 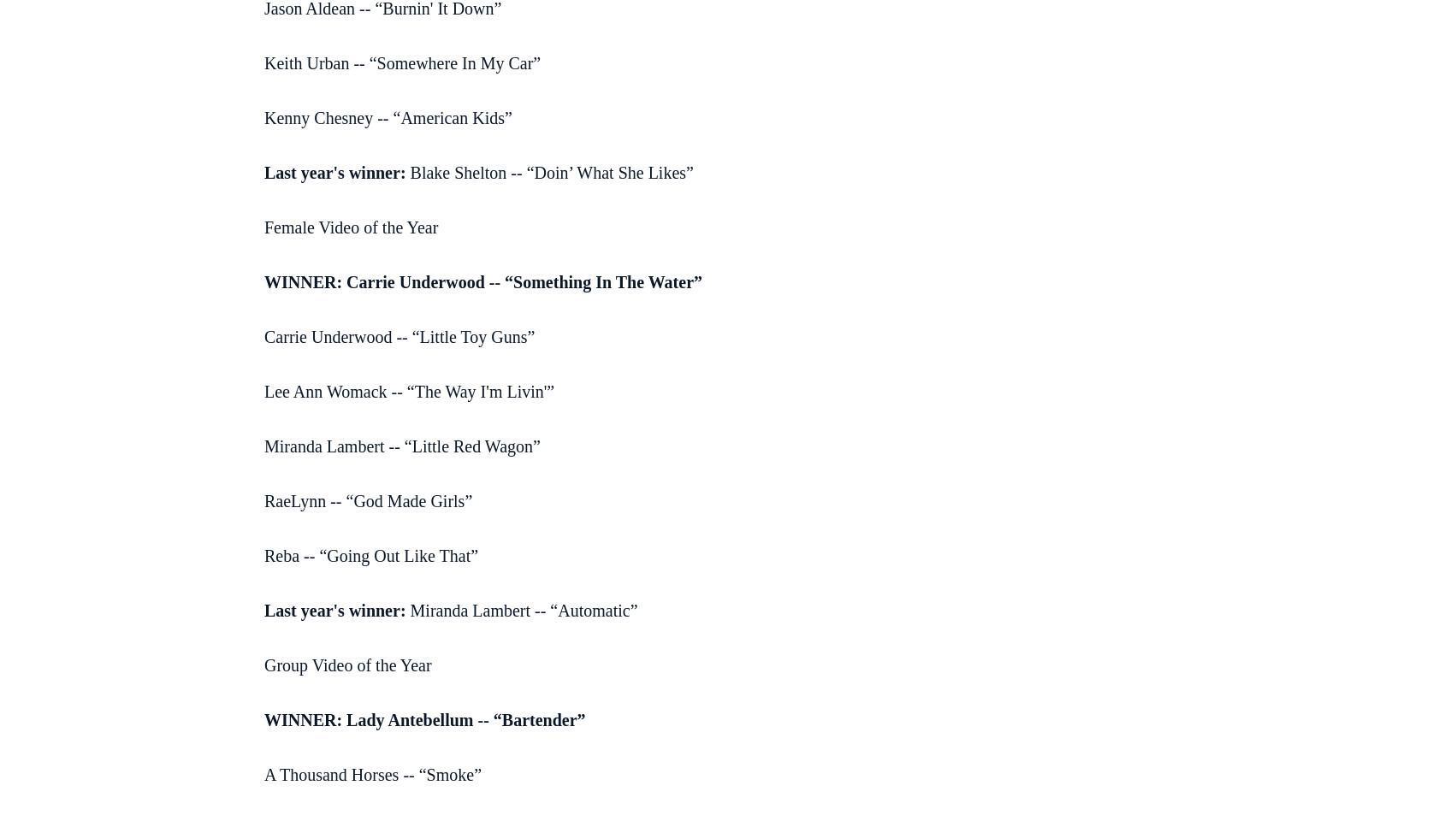 What do you see at coordinates (405, 610) in the screenshot?
I see `'Miranda Lambert -- “Automatic”'` at bounding box center [405, 610].